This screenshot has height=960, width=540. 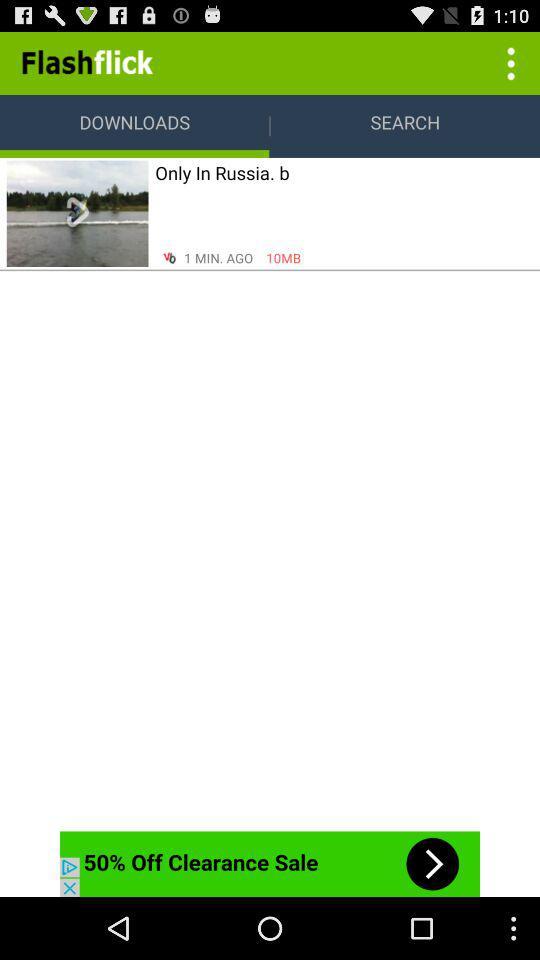 What do you see at coordinates (270, 863) in the screenshot?
I see `advertiser site` at bounding box center [270, 863].